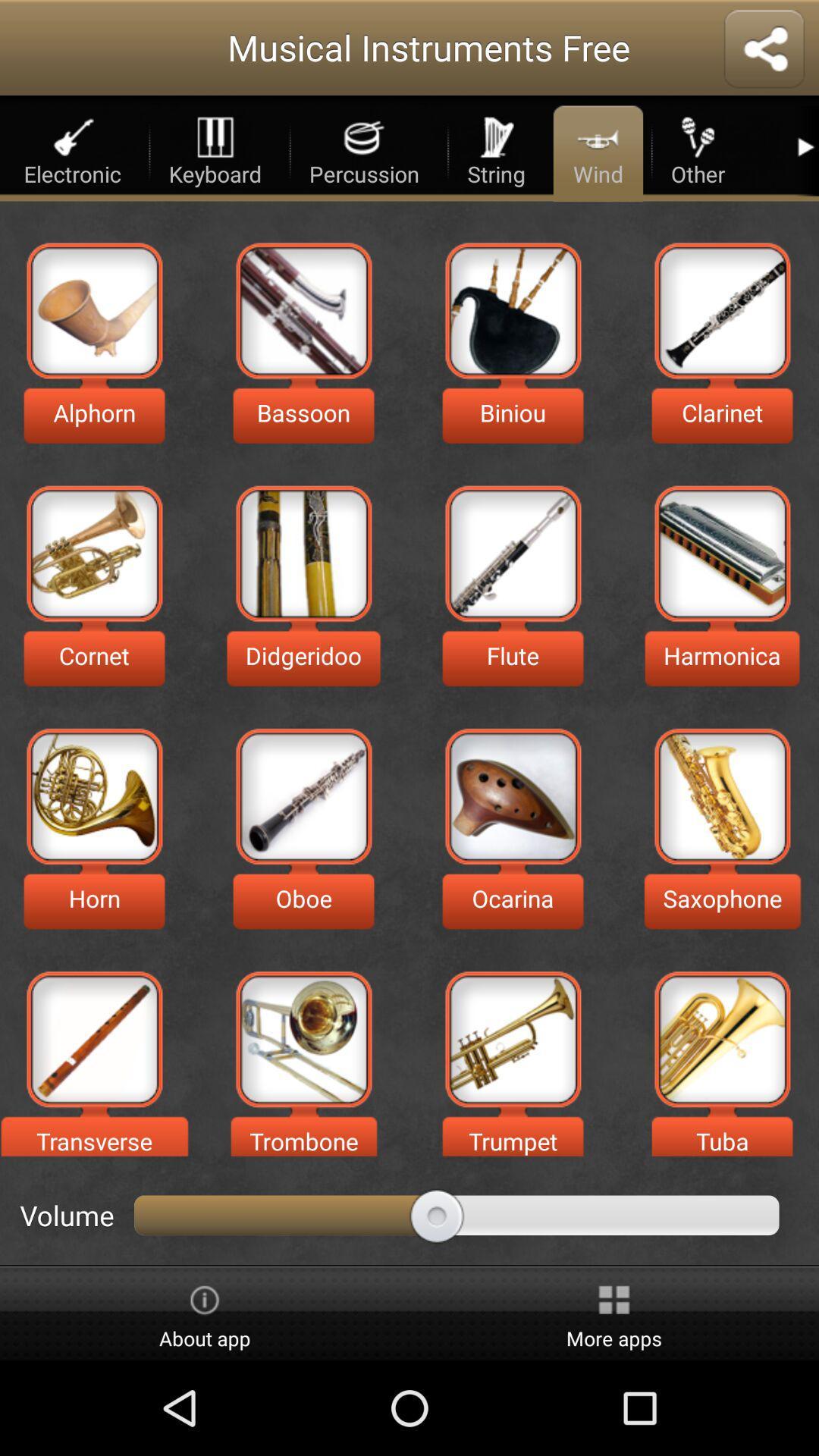  I want to click on cornet sound, so click(94, 553).